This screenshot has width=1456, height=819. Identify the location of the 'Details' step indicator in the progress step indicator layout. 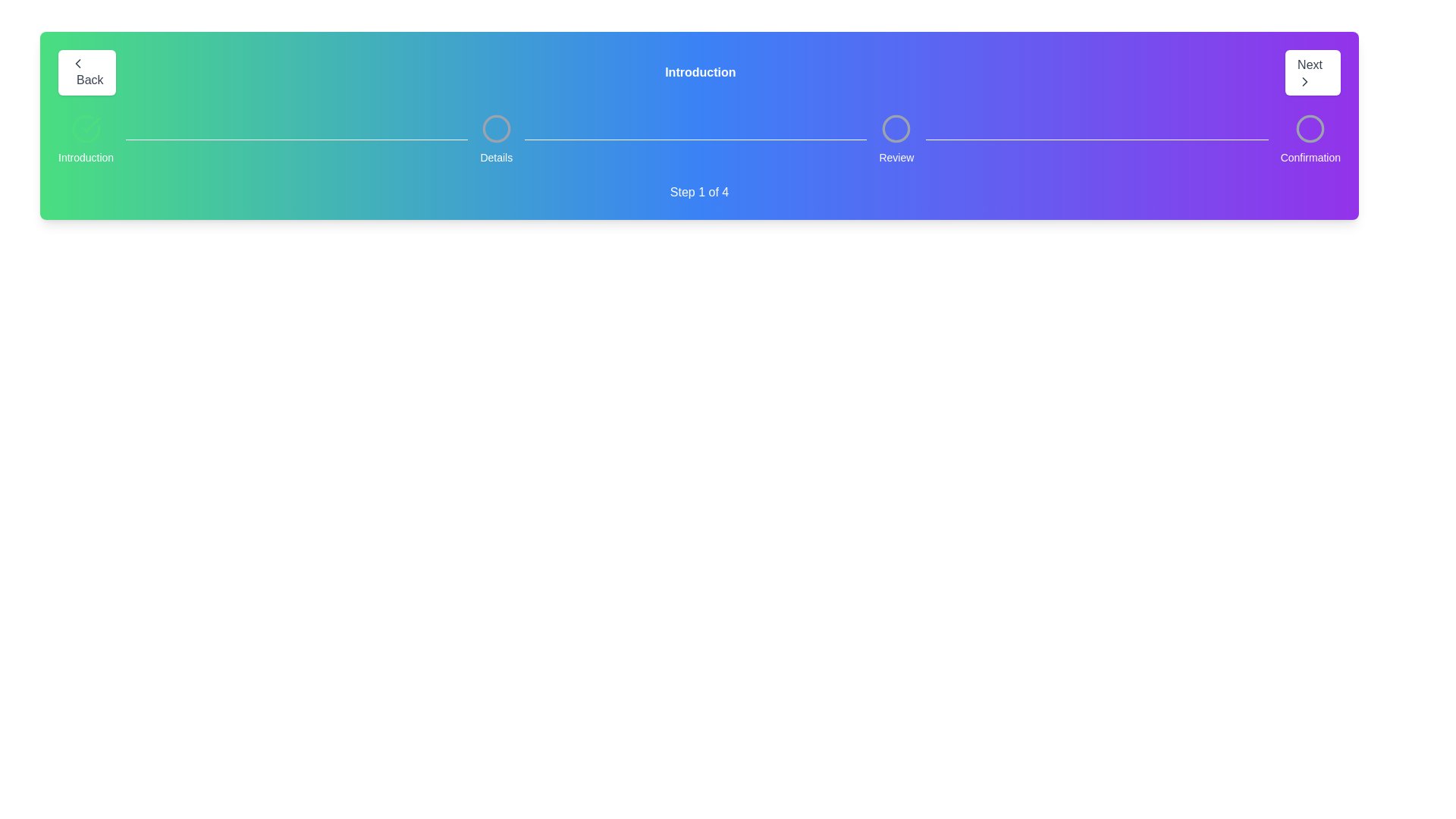
(496, 140).